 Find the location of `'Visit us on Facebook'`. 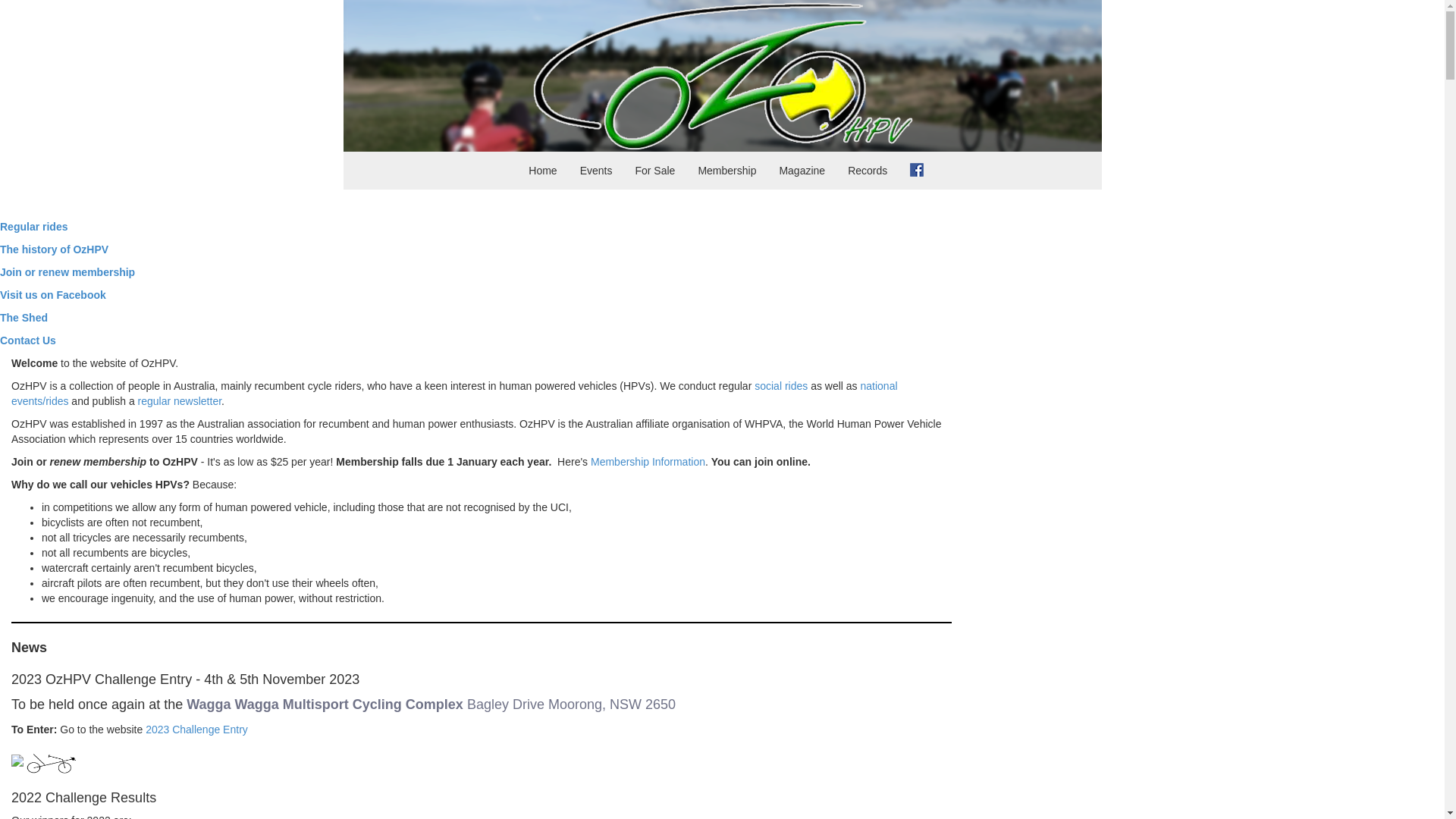

'Visit us on Facebook' is located at coordinates (53, 295).